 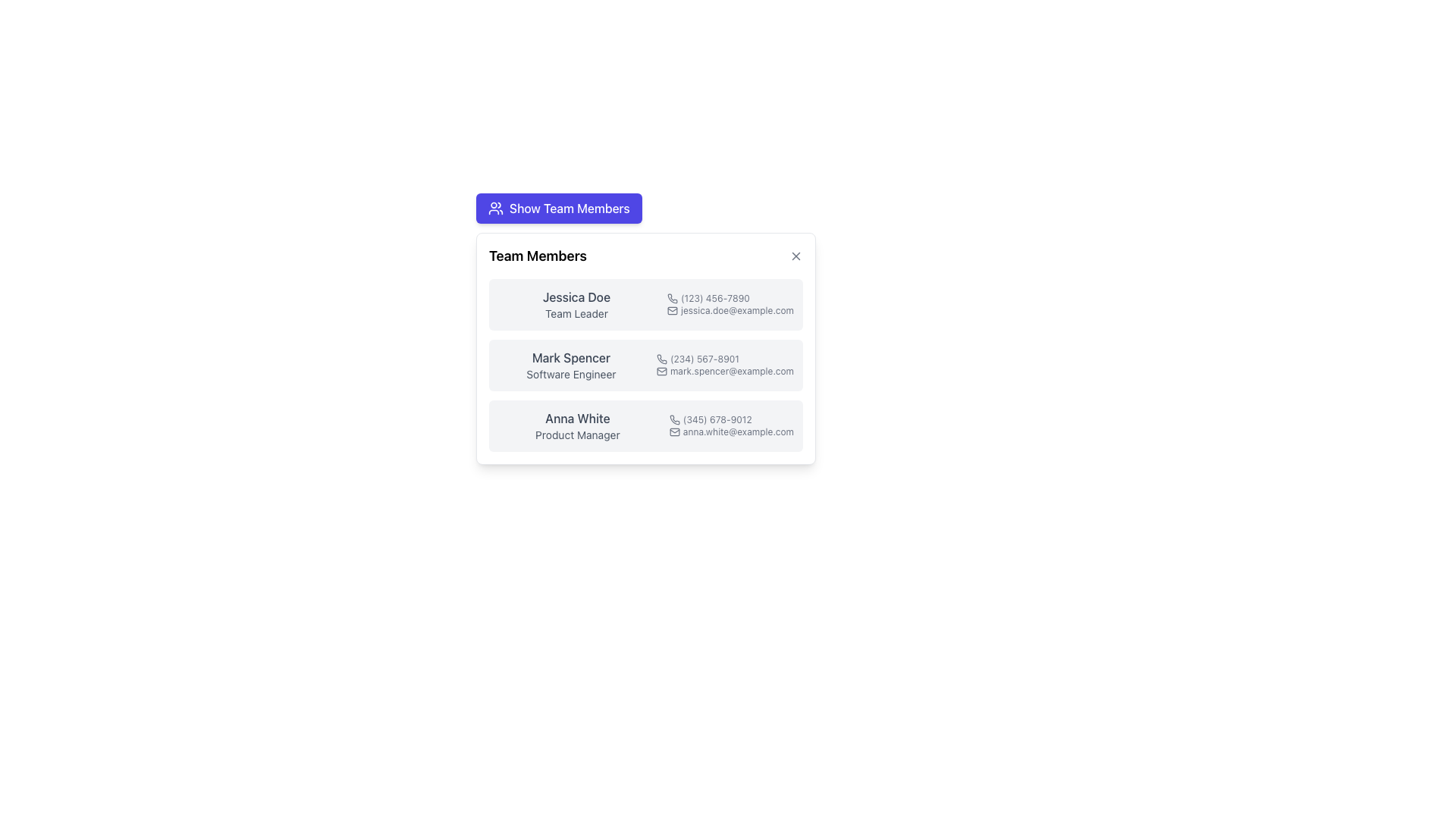 I want to click on the mail icon with soft rounded corners located near the text 'jessica.doe@example.com' in the 'Jessica Doe' section of the 'Team Members' card, so click(x=672, y=309).